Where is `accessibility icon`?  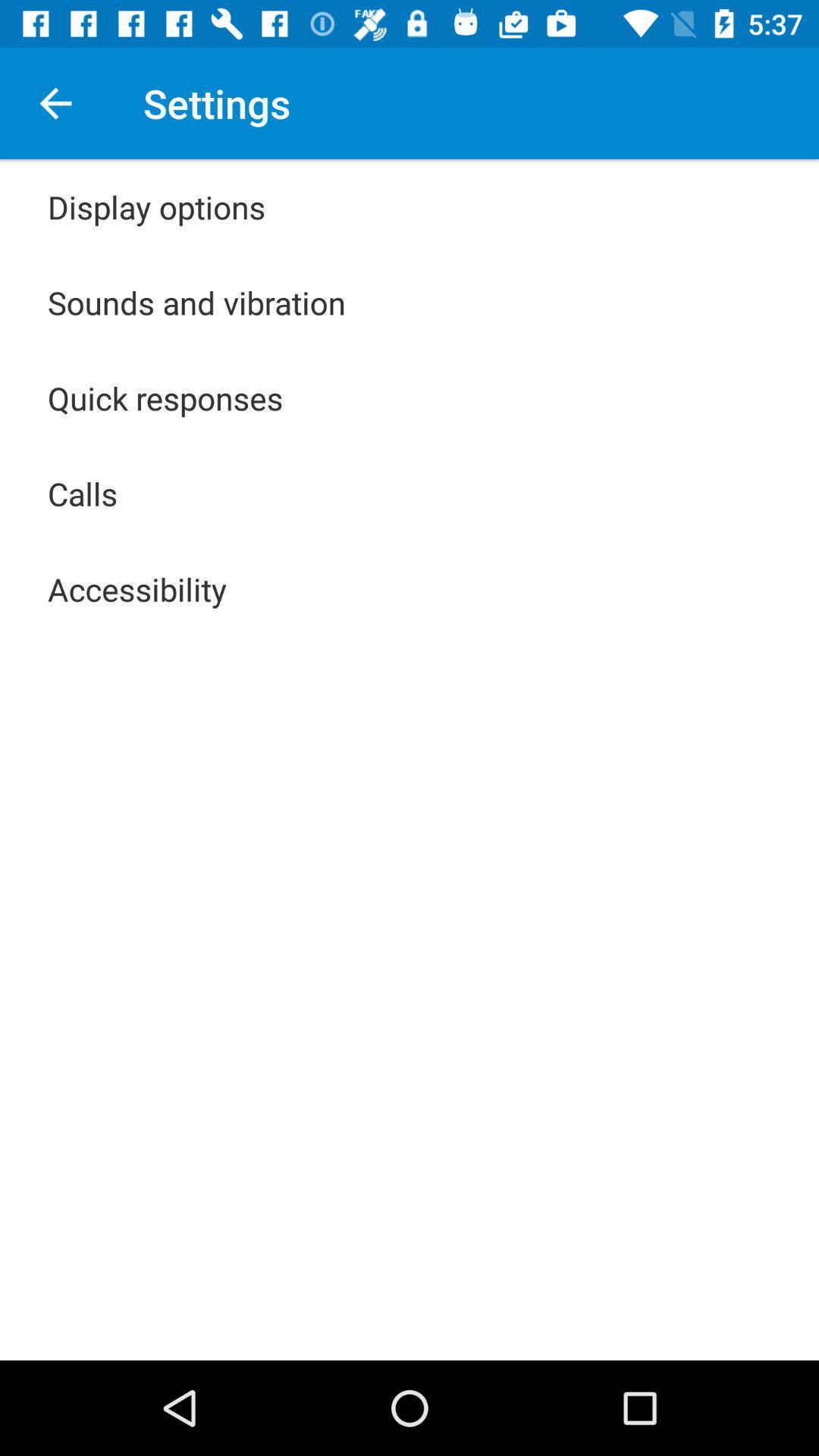
accessibility icon is located at coordinates (137, 588).